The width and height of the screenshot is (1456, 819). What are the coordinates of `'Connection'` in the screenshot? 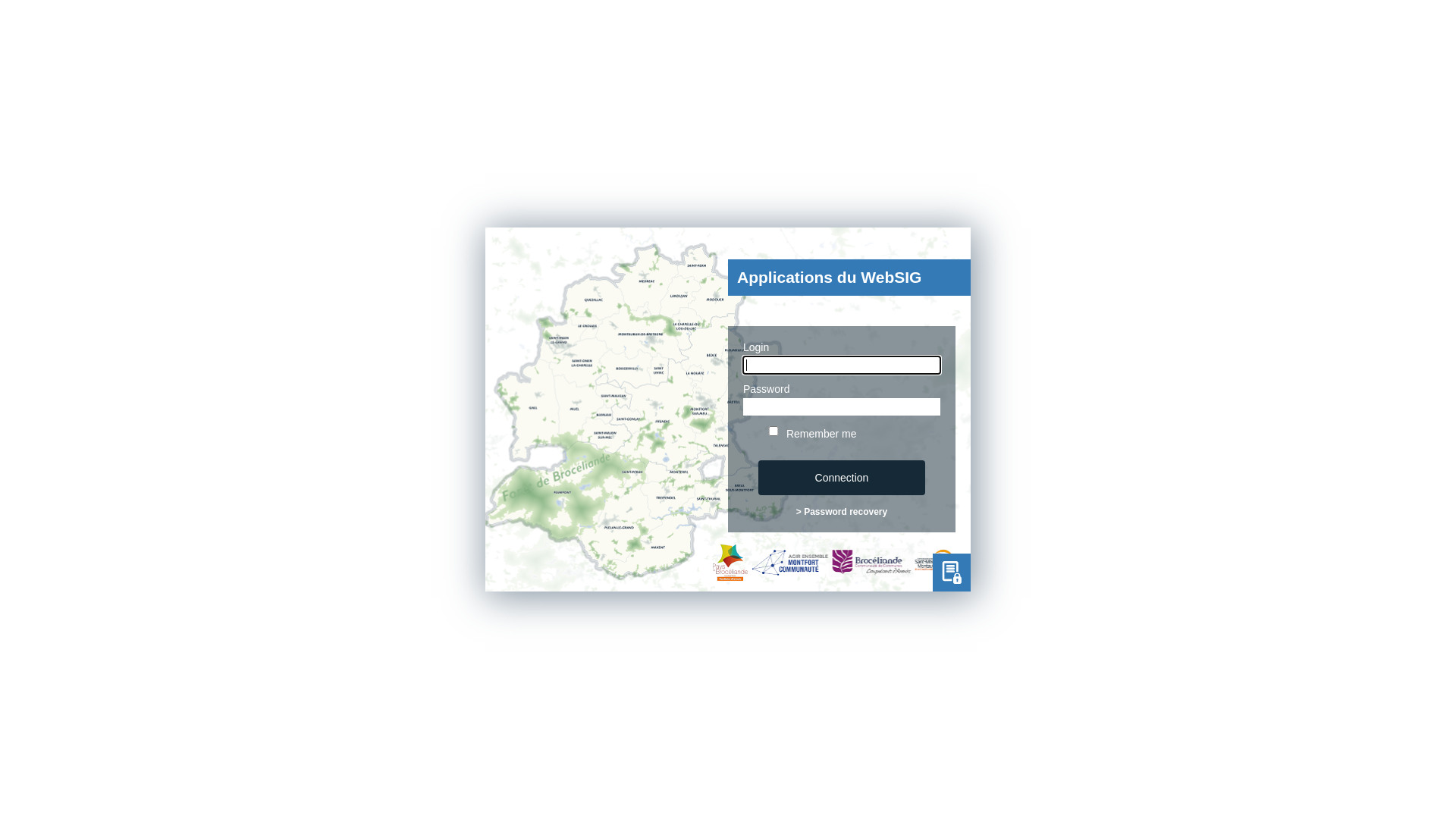 It's located at (840, 476).